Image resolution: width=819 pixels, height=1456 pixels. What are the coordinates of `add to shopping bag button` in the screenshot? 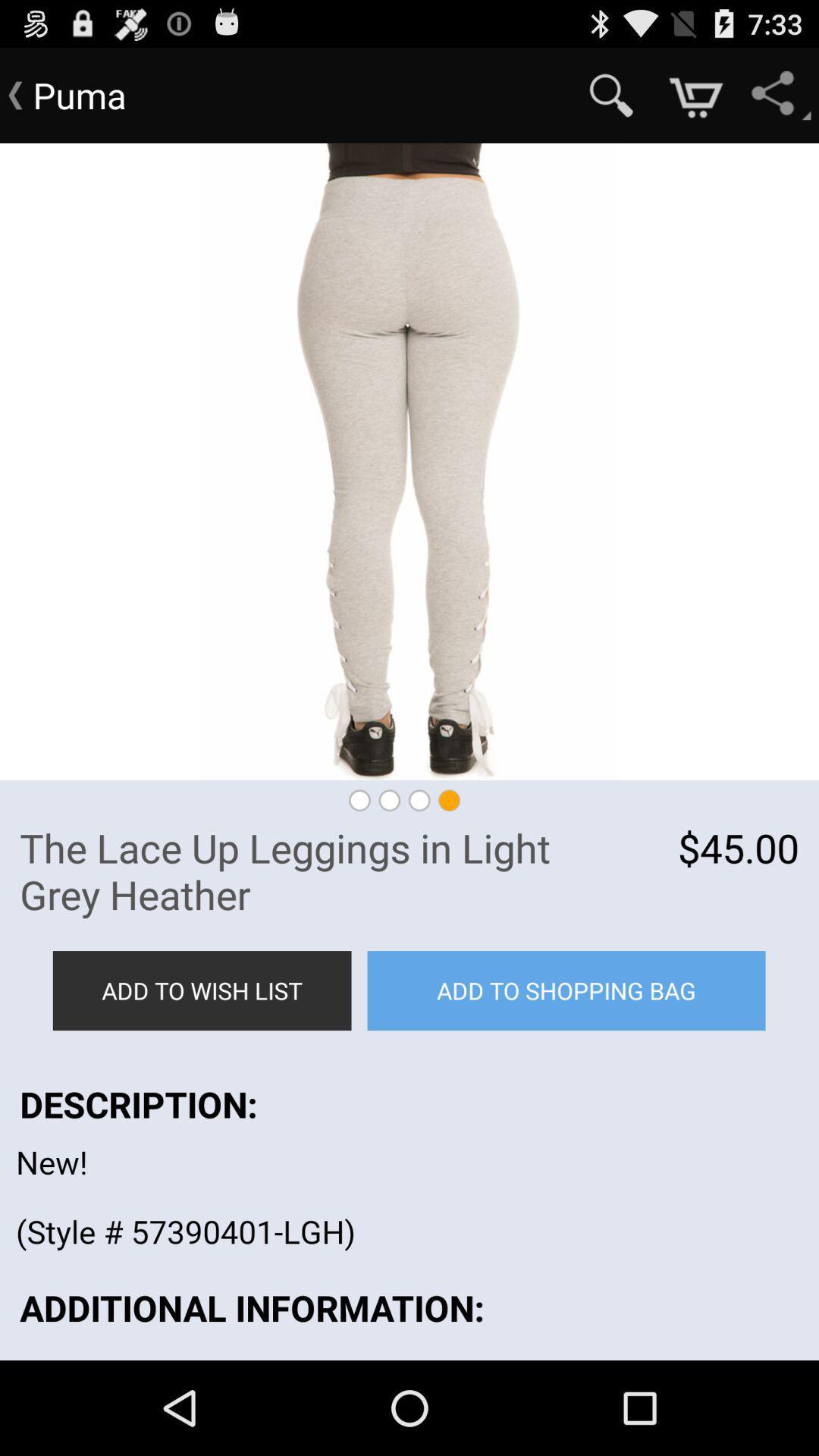 It's located at (566, 990).